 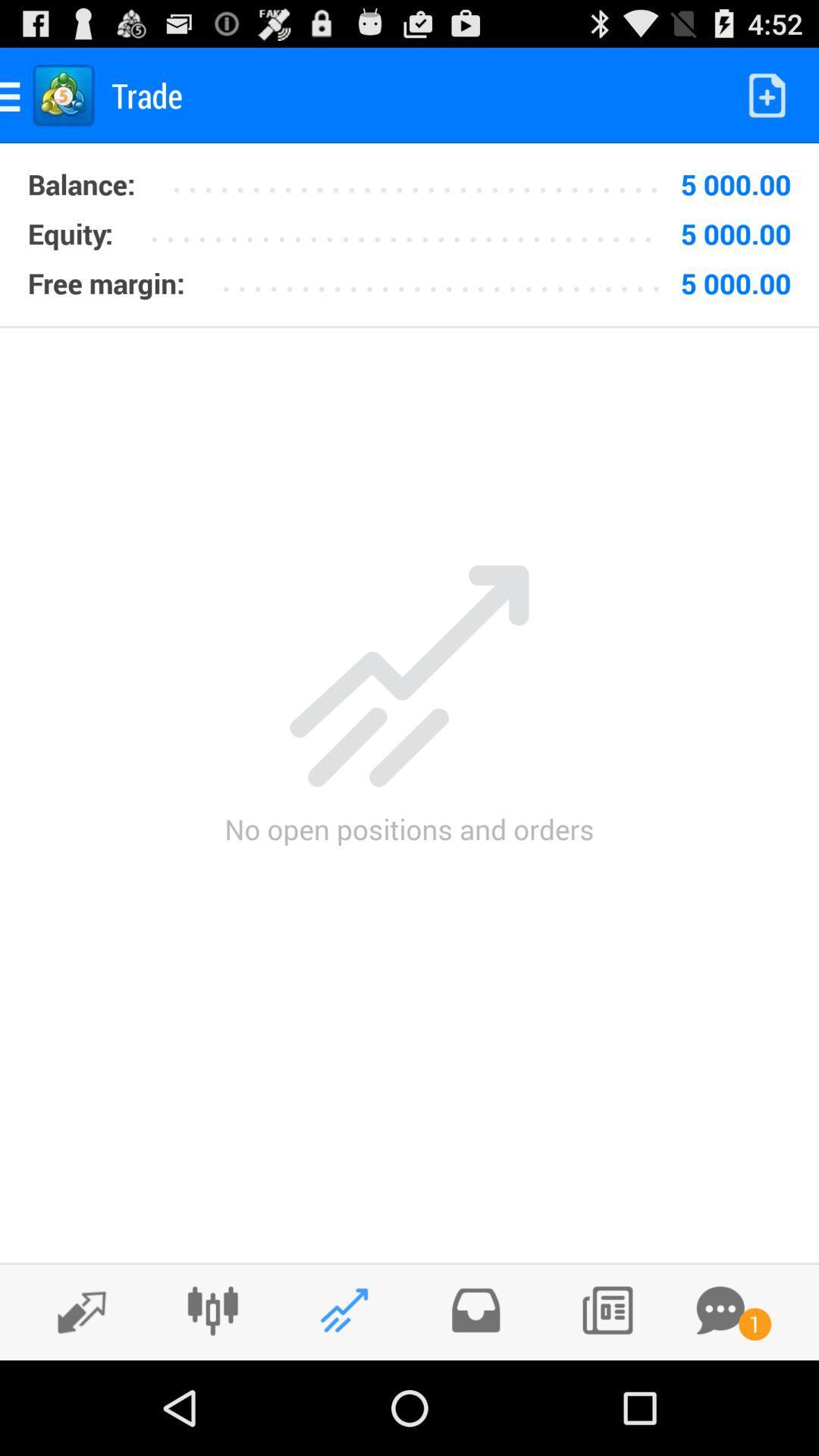 What do you see at coordinates (720, 1310) in the screenshot?
I see `messages` at bounding box center [720, 1310].